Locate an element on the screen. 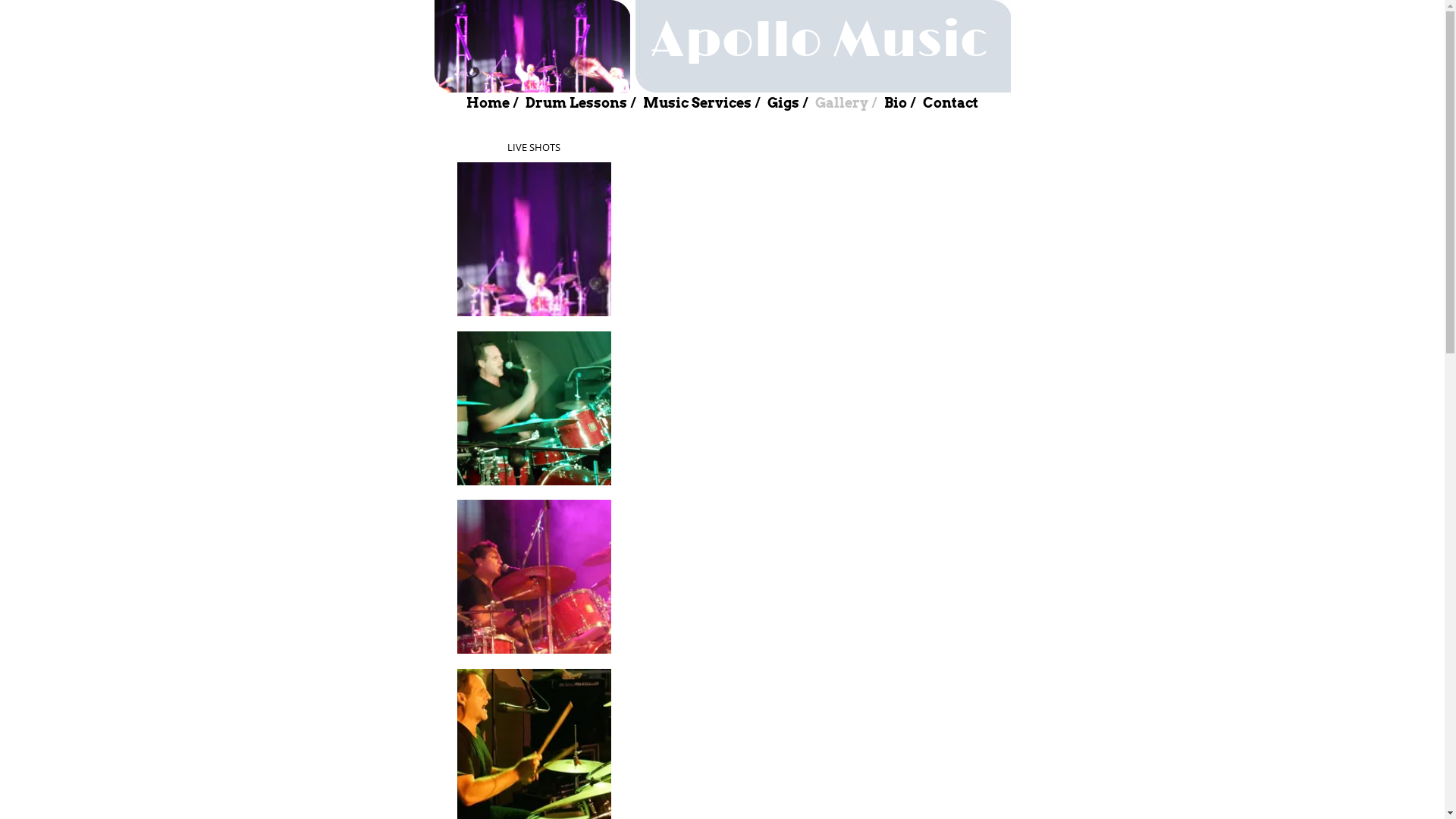 This screenshot has height=819, width=1456. 'Bio /' is located at coordinates (899, 102).